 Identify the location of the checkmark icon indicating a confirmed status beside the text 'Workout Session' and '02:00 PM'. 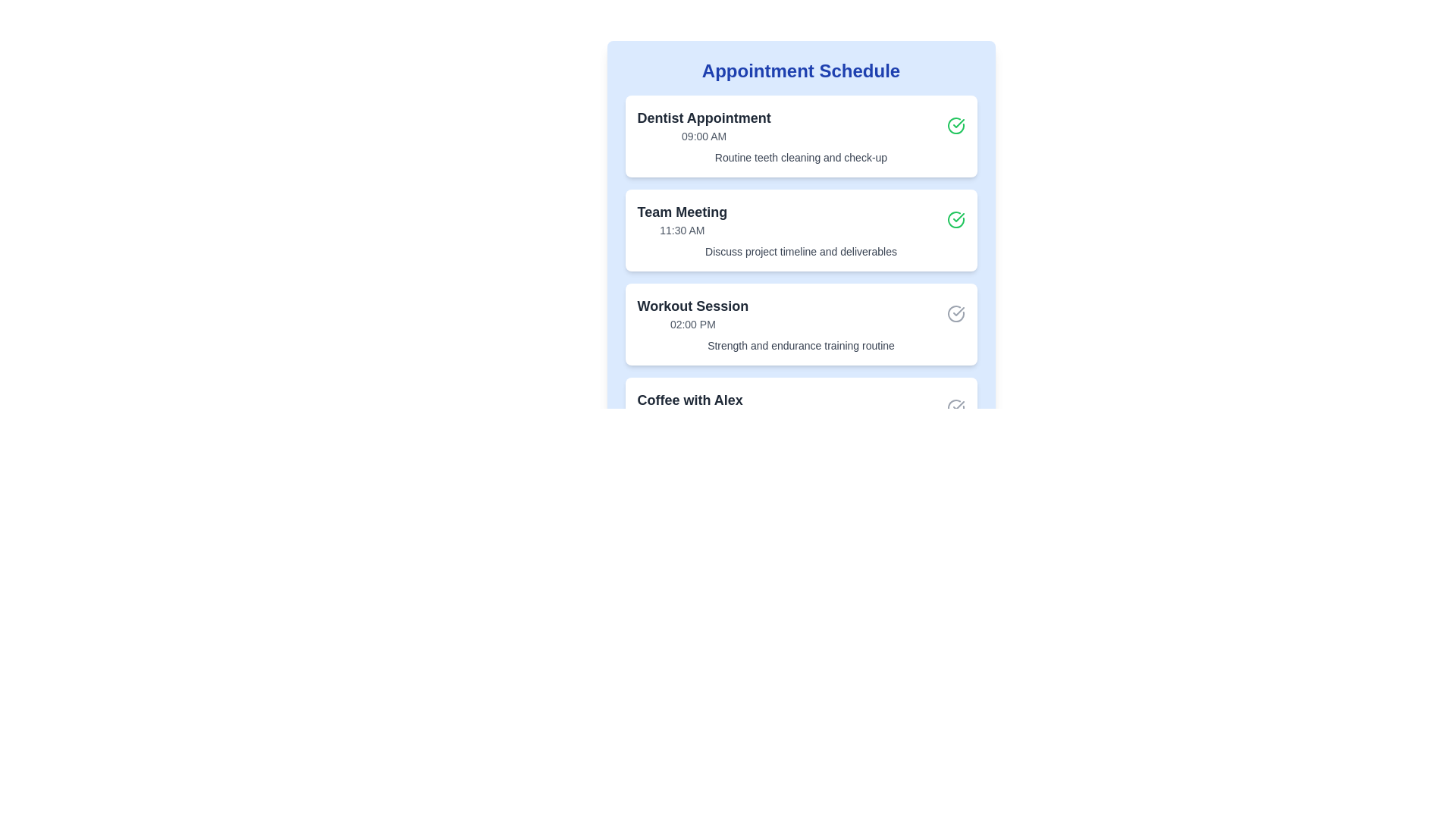
(955, 312).